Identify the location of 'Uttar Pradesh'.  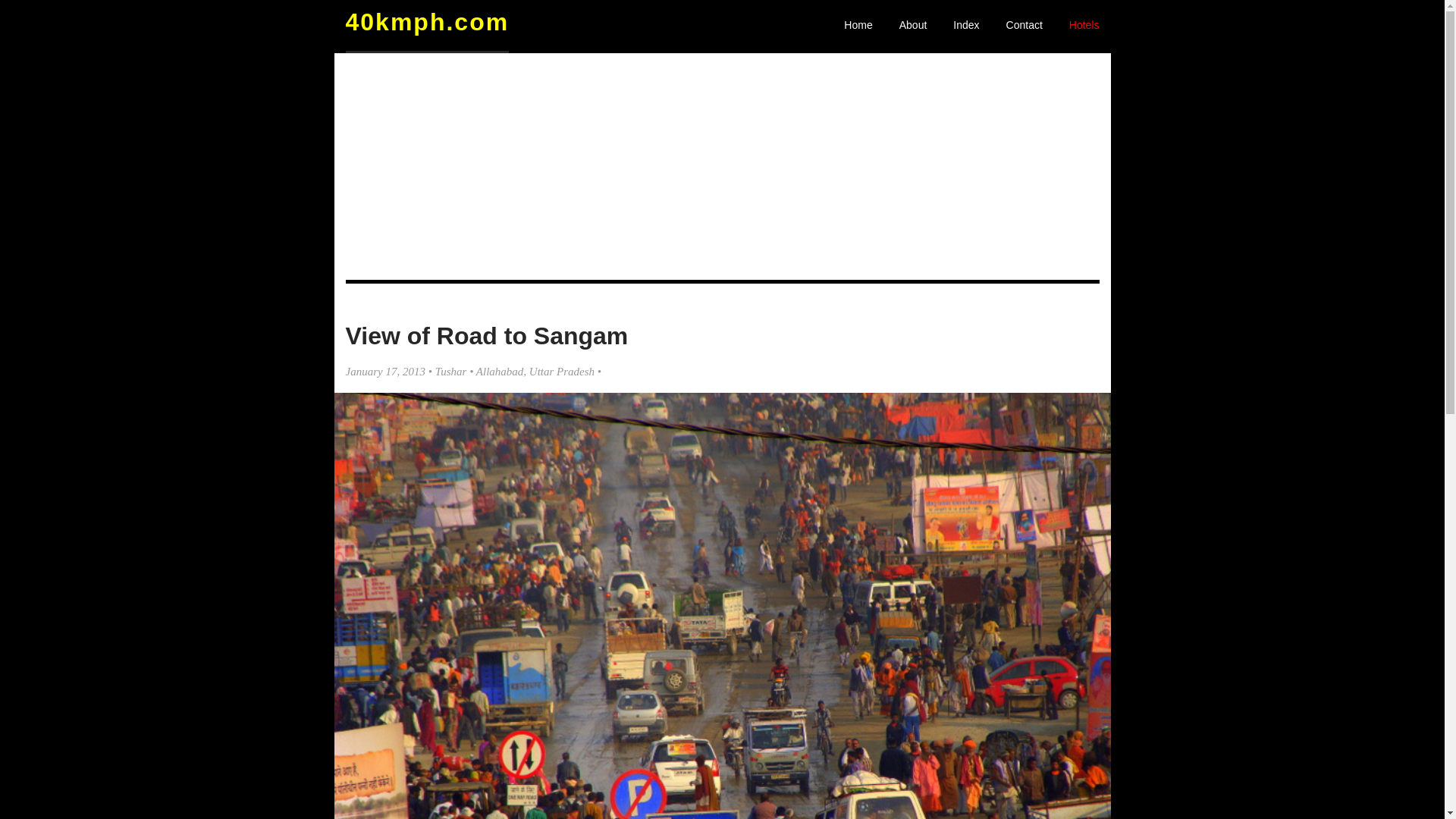
(560, 371).